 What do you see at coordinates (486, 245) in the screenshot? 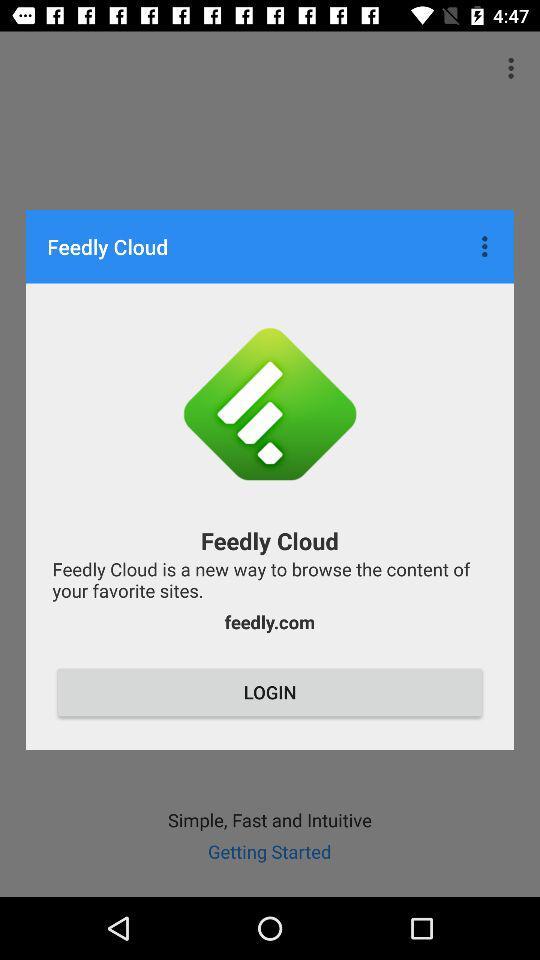
I see `the item above feedly cloud is icon` at bounding box center [486, 245].